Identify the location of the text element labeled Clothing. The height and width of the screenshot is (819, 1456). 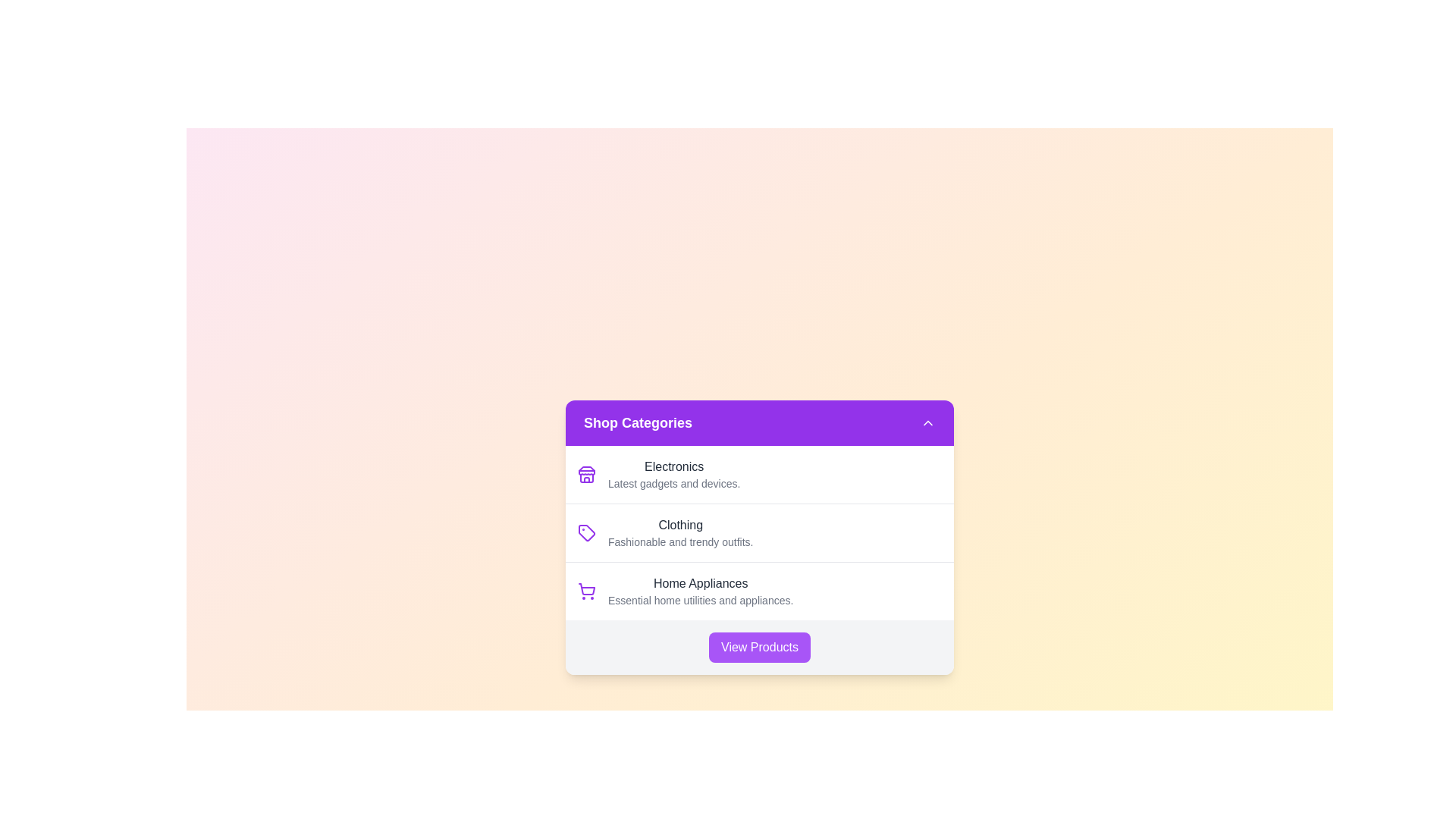
(679, 525).